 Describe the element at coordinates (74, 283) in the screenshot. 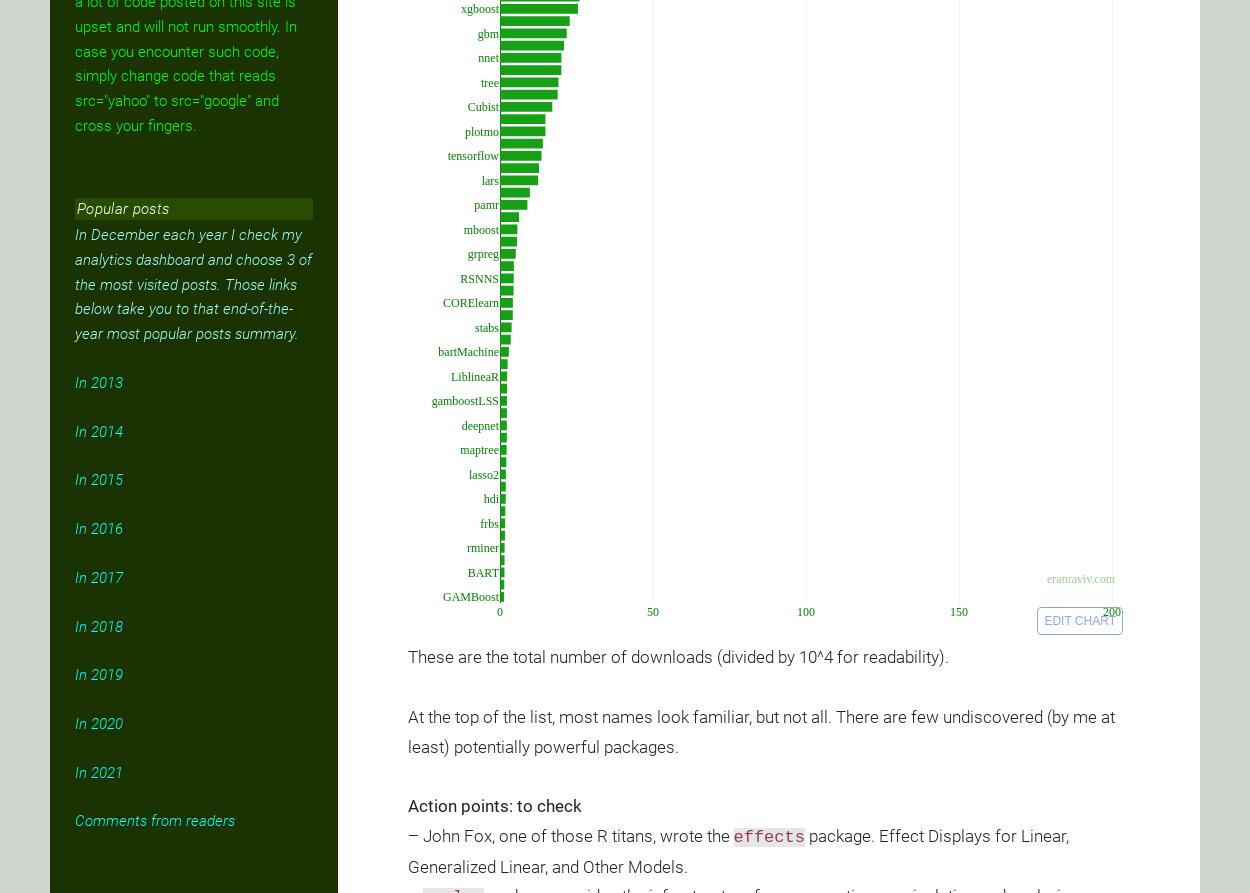

I see `'In December each year I check my analytics dashboard and choose 3 of the most visited posts. Those links below take you to that end-of-the-year most popular posts summary.'` at that location.